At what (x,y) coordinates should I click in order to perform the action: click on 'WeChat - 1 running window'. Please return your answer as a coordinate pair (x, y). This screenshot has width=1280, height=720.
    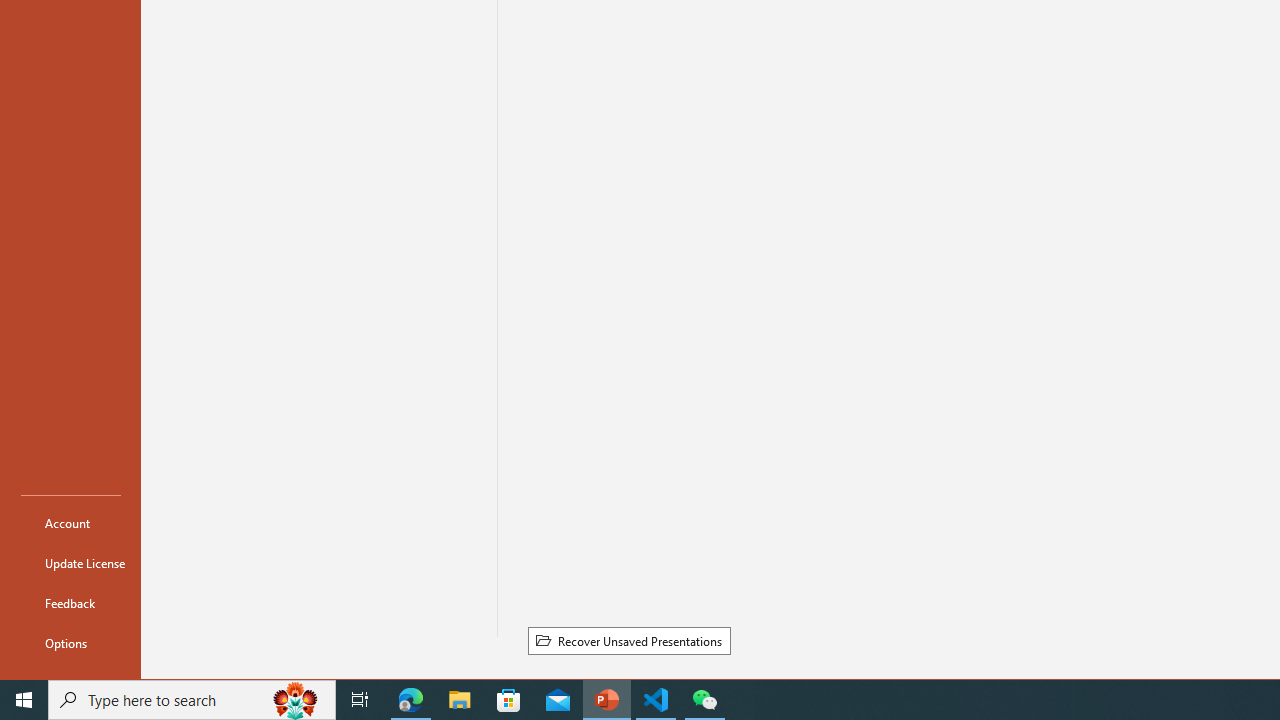
    Looking at the image, I should click on (705, 698).